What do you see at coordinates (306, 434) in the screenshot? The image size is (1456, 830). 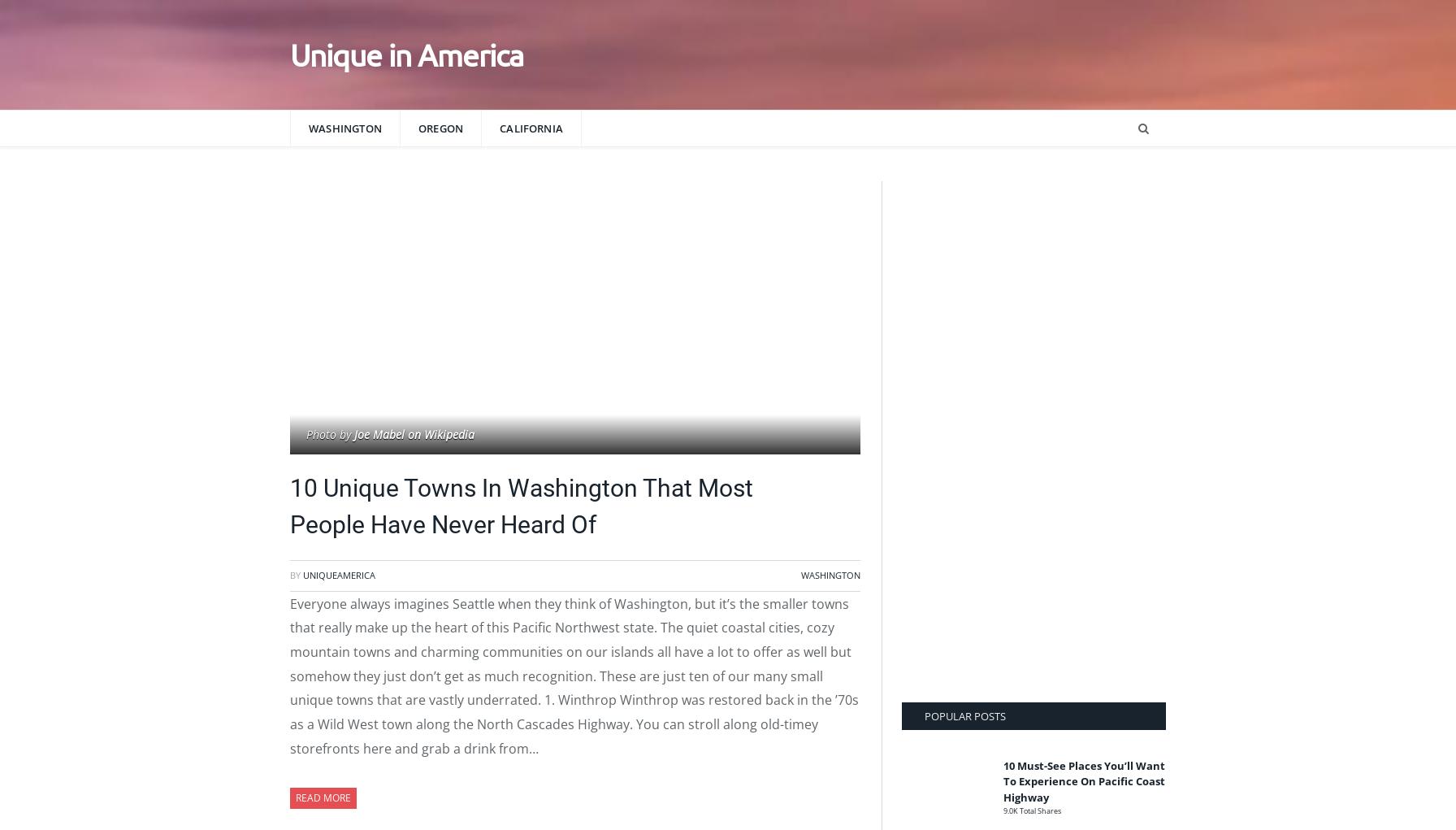 I see `'Photo by'` at bounding box center [306, 434].